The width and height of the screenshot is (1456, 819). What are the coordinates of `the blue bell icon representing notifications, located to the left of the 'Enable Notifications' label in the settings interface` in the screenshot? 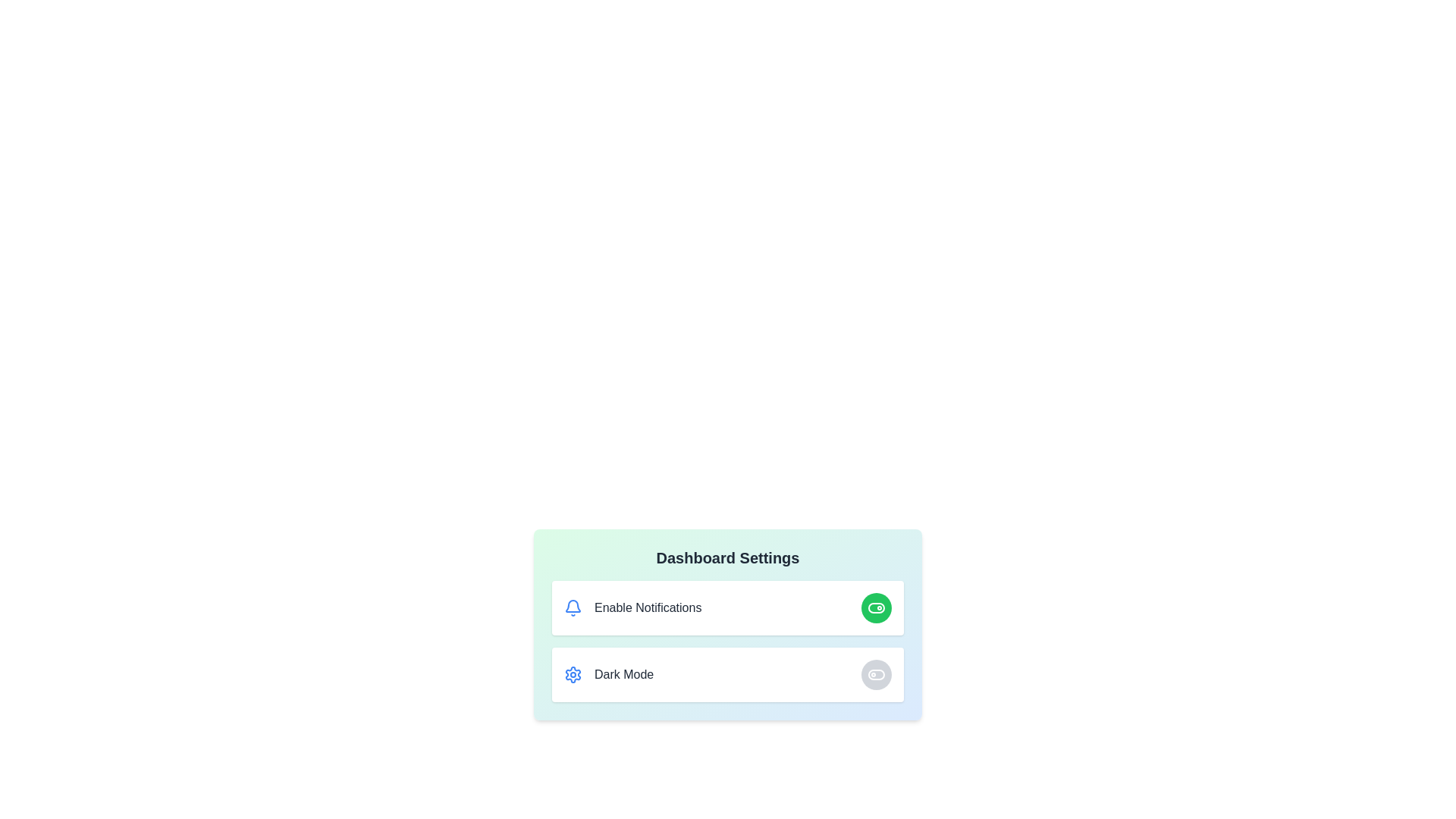 It's located at (572, 607).